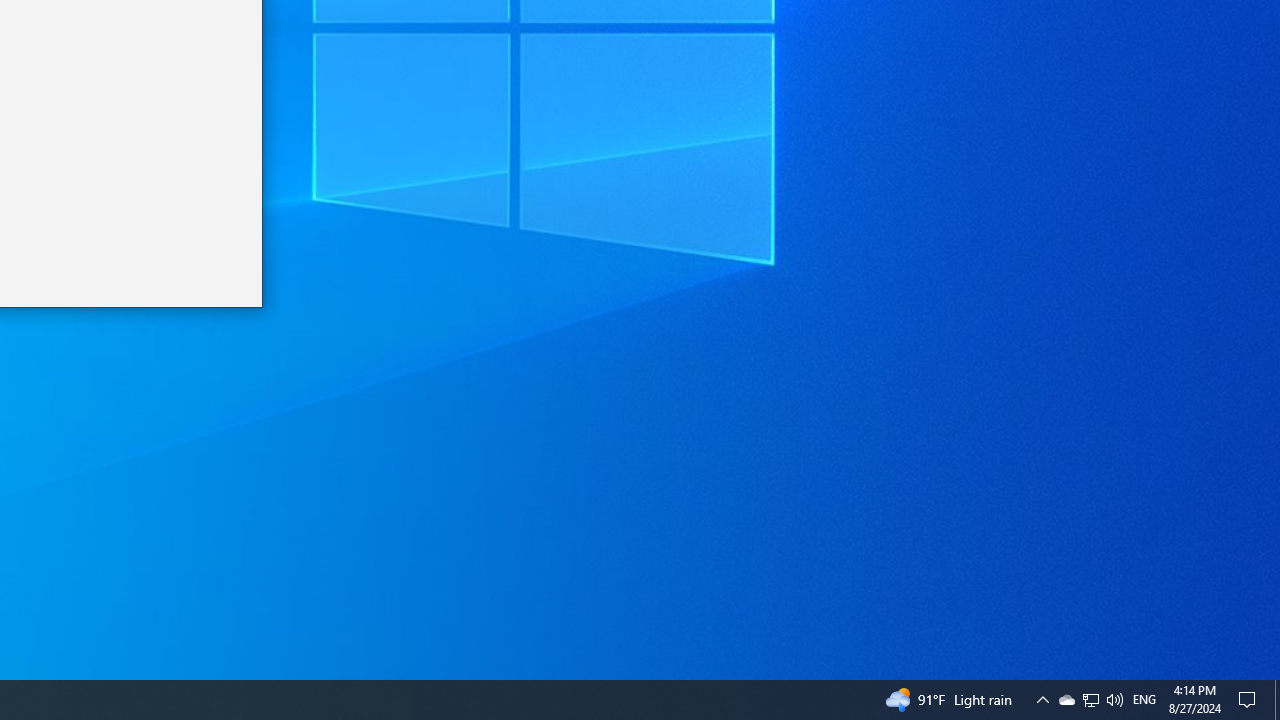 Image resolution: width=1280 pixels, height=720 pixels. What do you see at coordinates (1089, 698) in the screenshot?
I see `'User Promoted Notification Area'` at bounding box center [1089, 698].